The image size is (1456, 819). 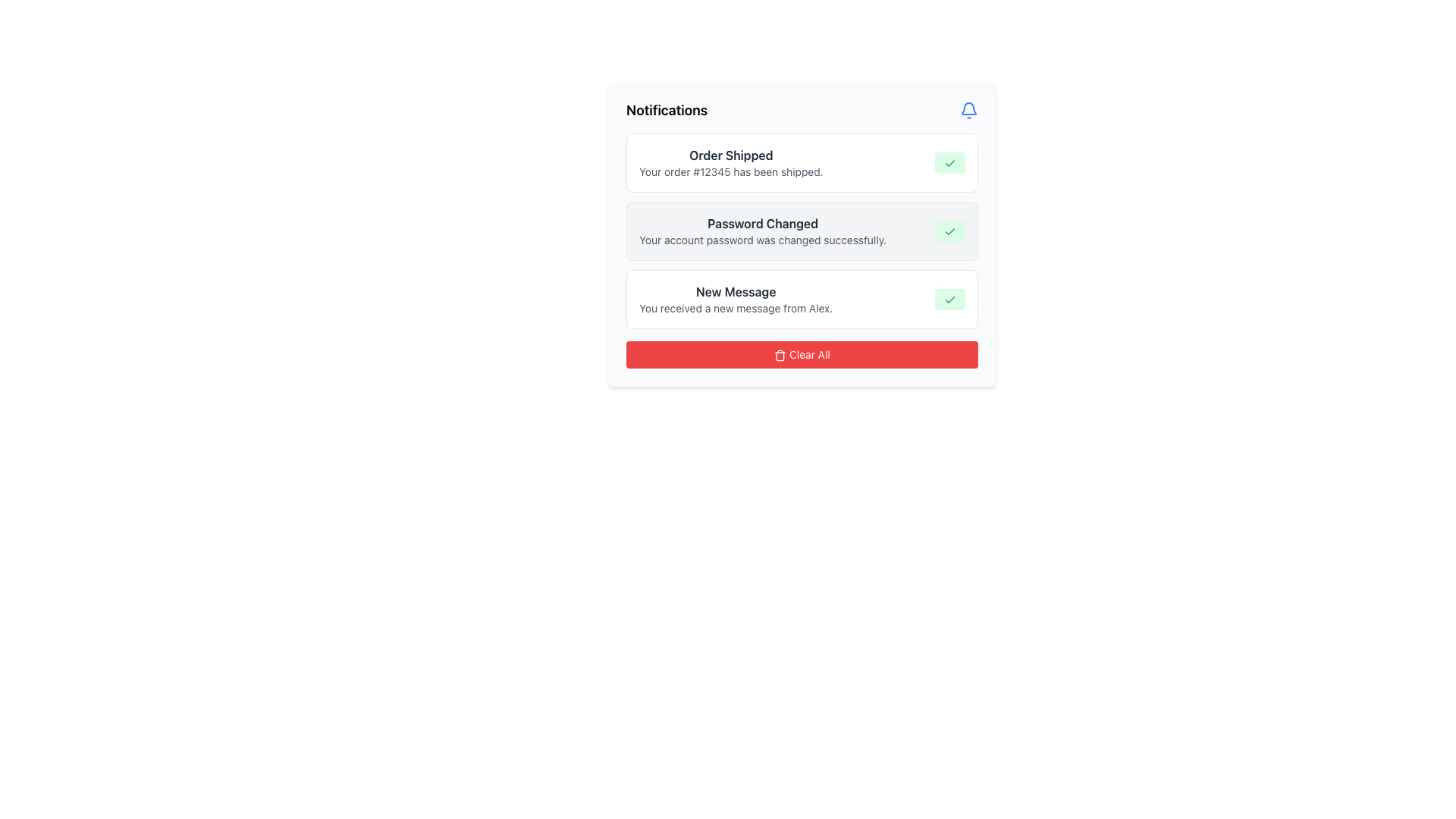 What do you see at coordinates (667, 110) in the screenshot?
I see `'Notifications' text label, which serves as a header for the notifications section, located at the specified coordinates` at bounding box center [667, 110].